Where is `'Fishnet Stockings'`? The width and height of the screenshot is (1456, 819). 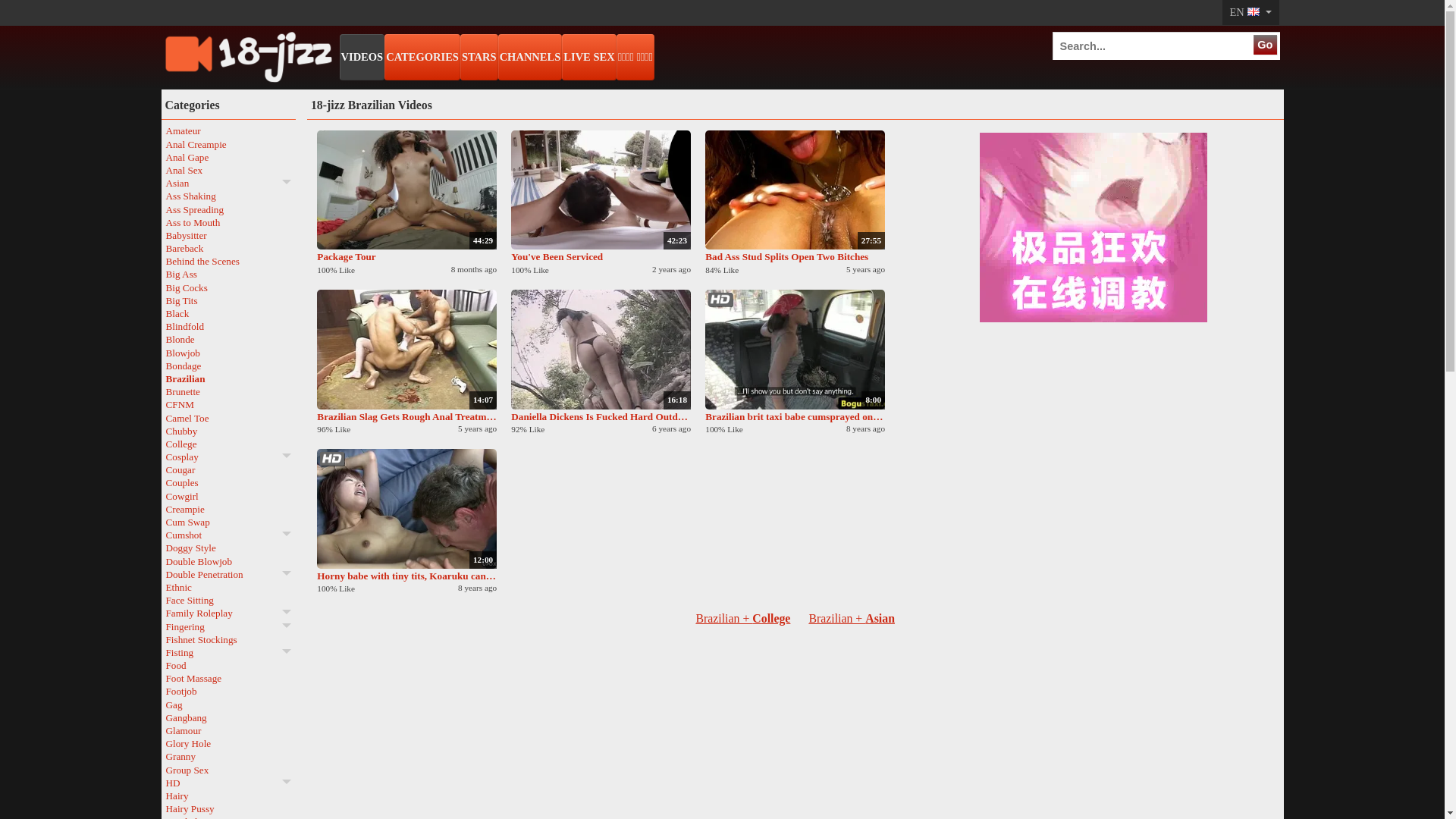 'Fishnet Stockings' is located at coordinates (227, 639).